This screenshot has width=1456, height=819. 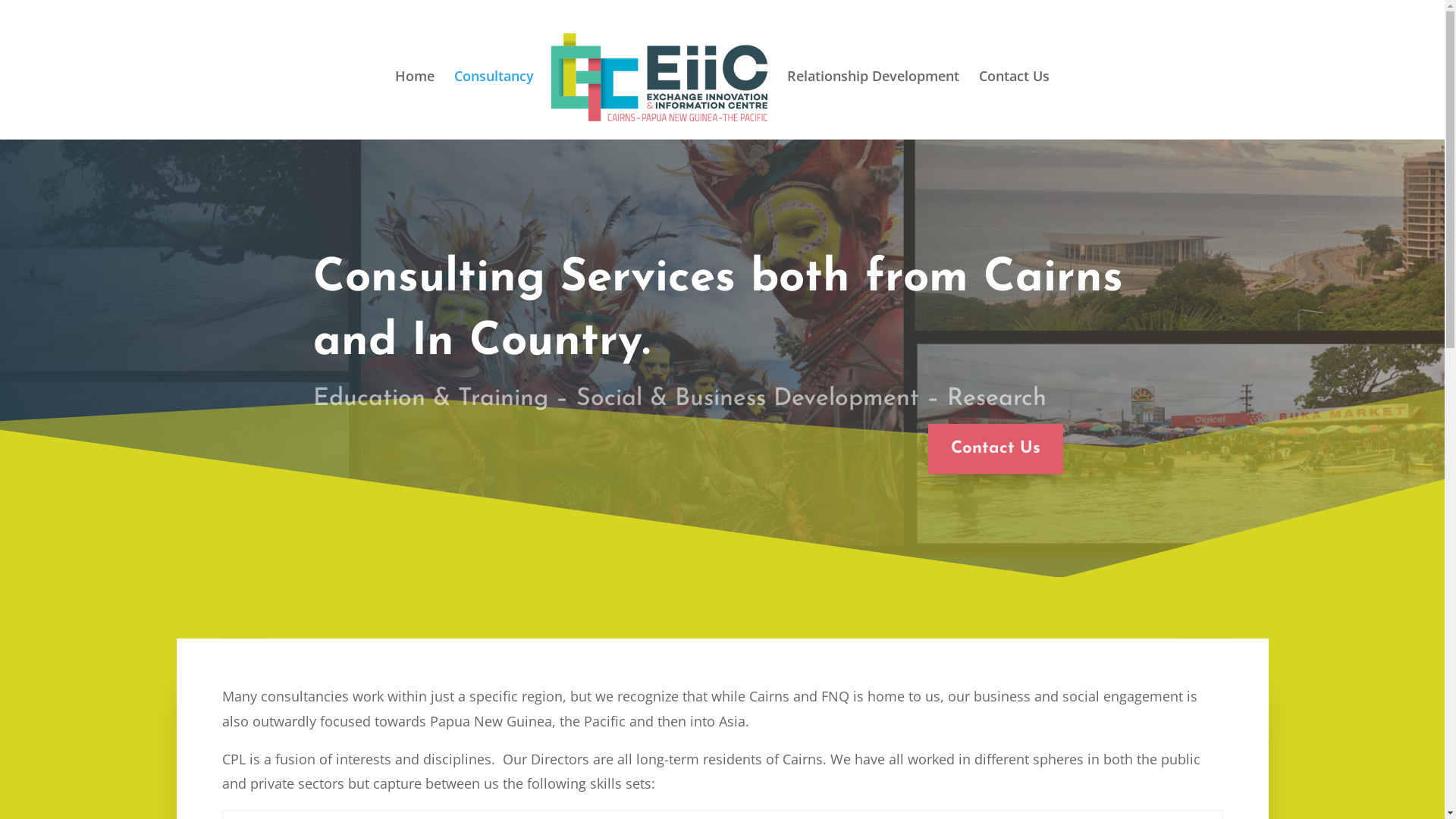 I want to click on 'Home', so click(x=415, y=97).